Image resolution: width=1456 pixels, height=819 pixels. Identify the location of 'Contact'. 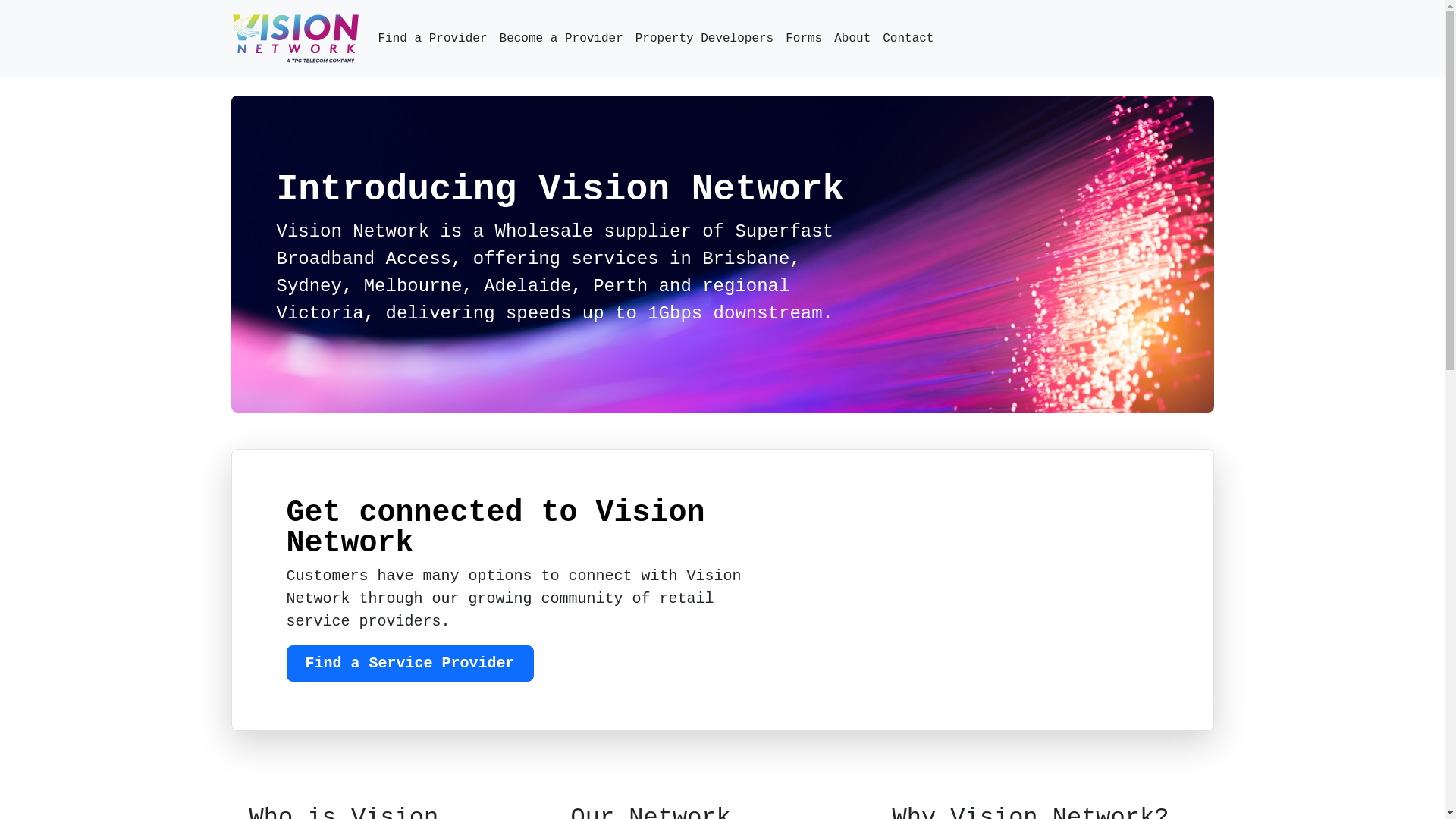
(908, 37).